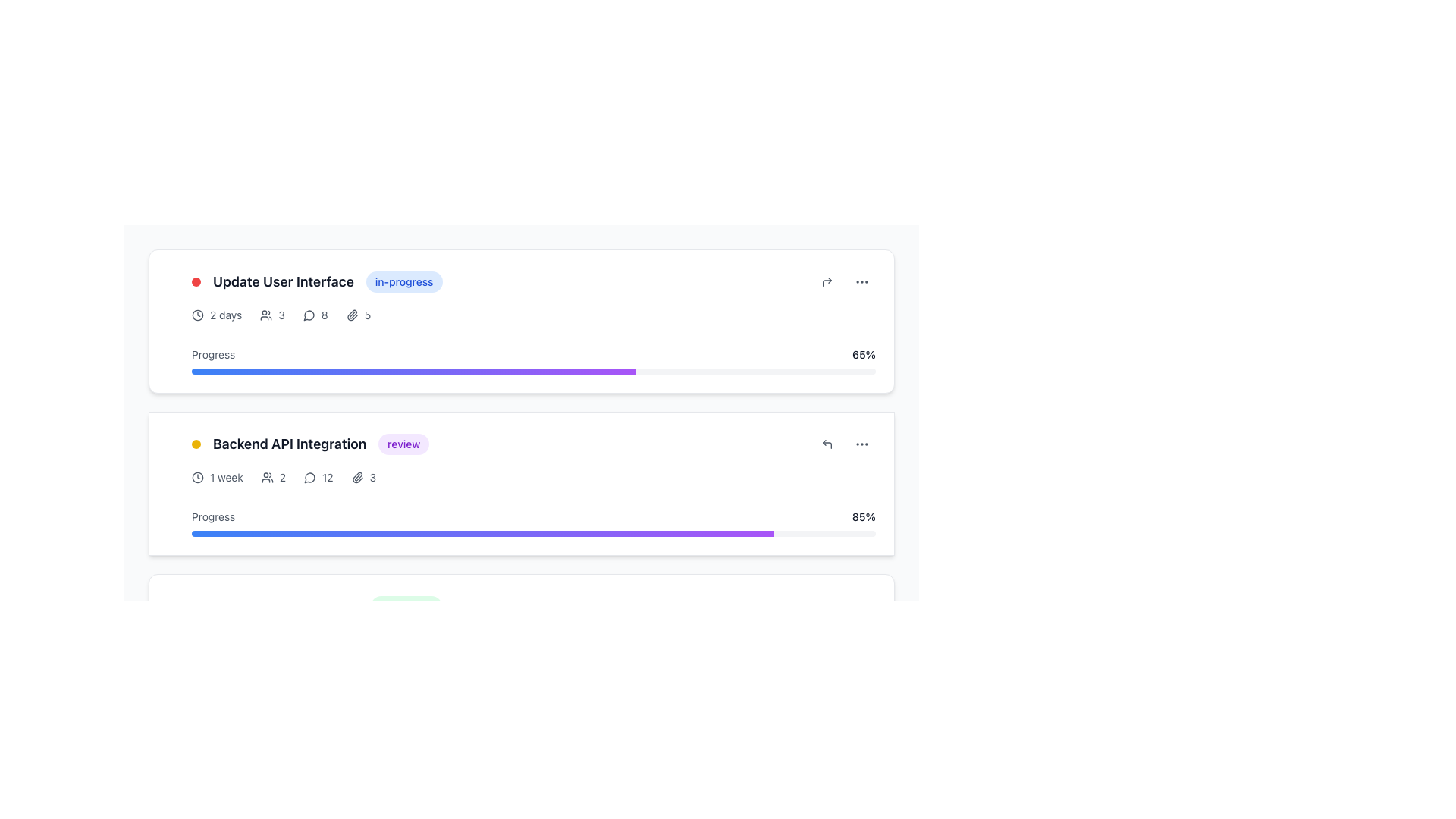  I want to click on progress, so click(475, 371).